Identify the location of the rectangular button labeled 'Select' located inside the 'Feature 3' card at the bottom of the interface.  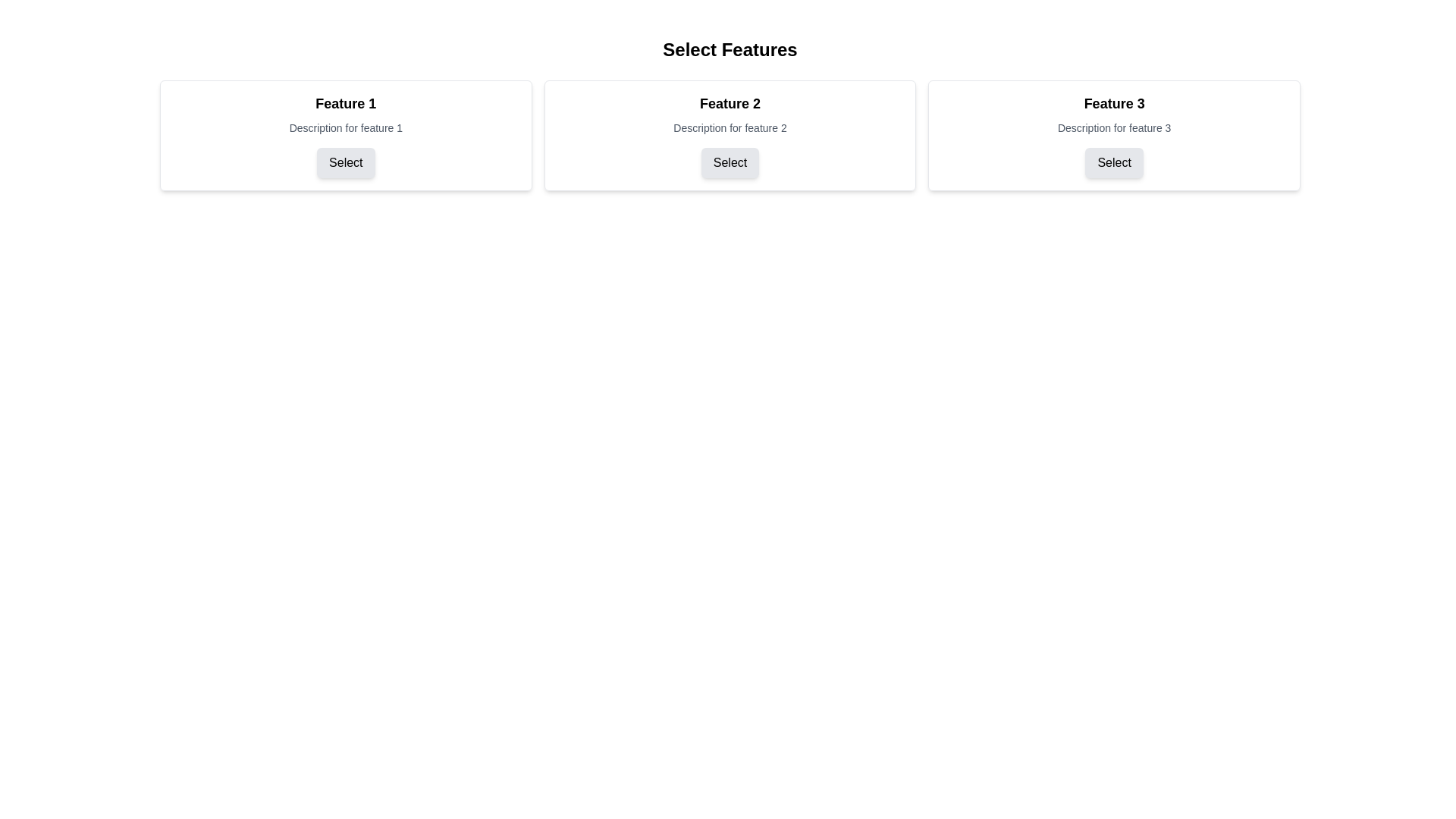
(1114, 163).